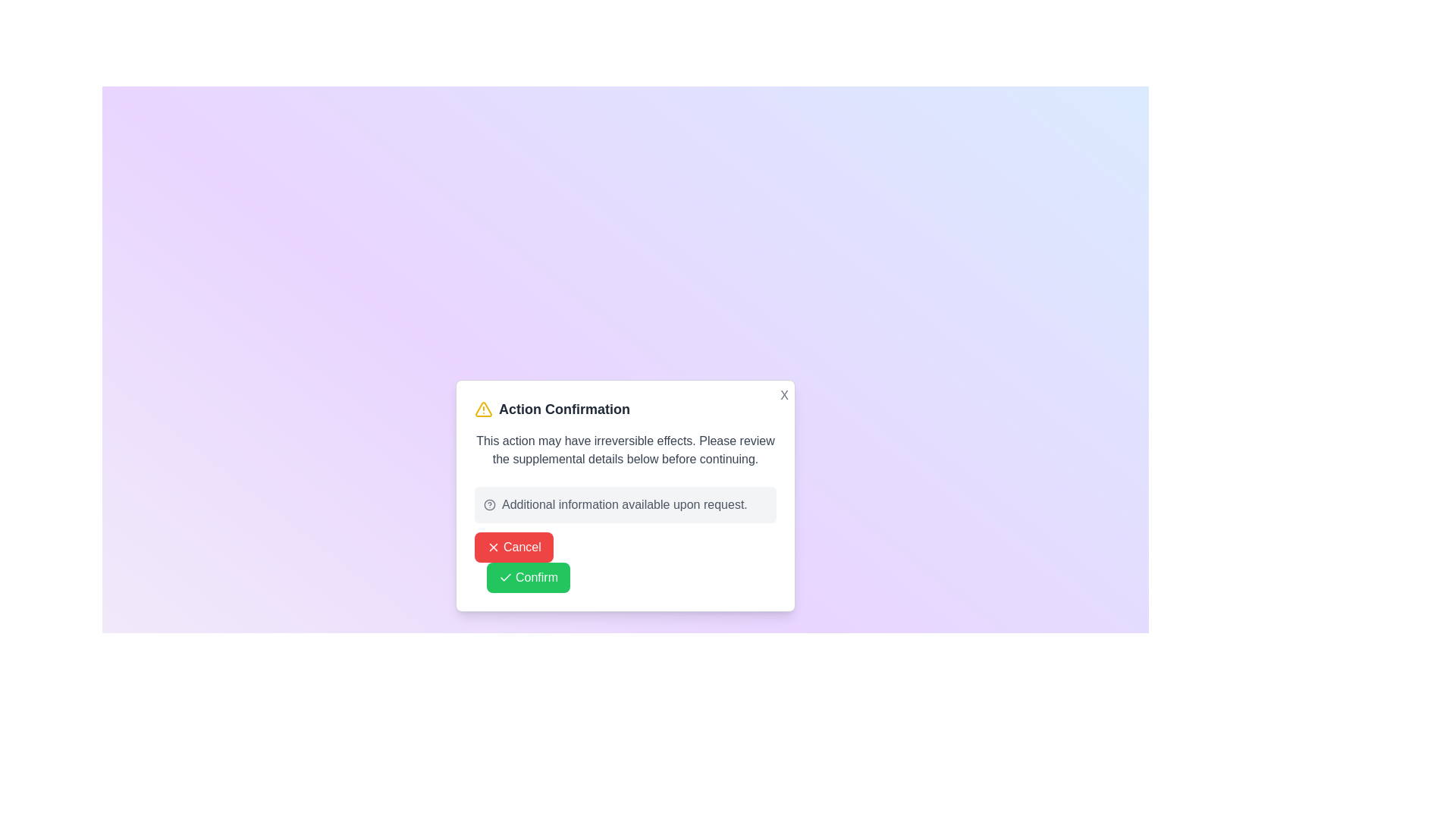  Describe the element at coordinates (506, 578) in the screenshot. I see `the confirmation SVG icon located within the 'Confirm' button at the bottom-right of the modal dialog` at that location.